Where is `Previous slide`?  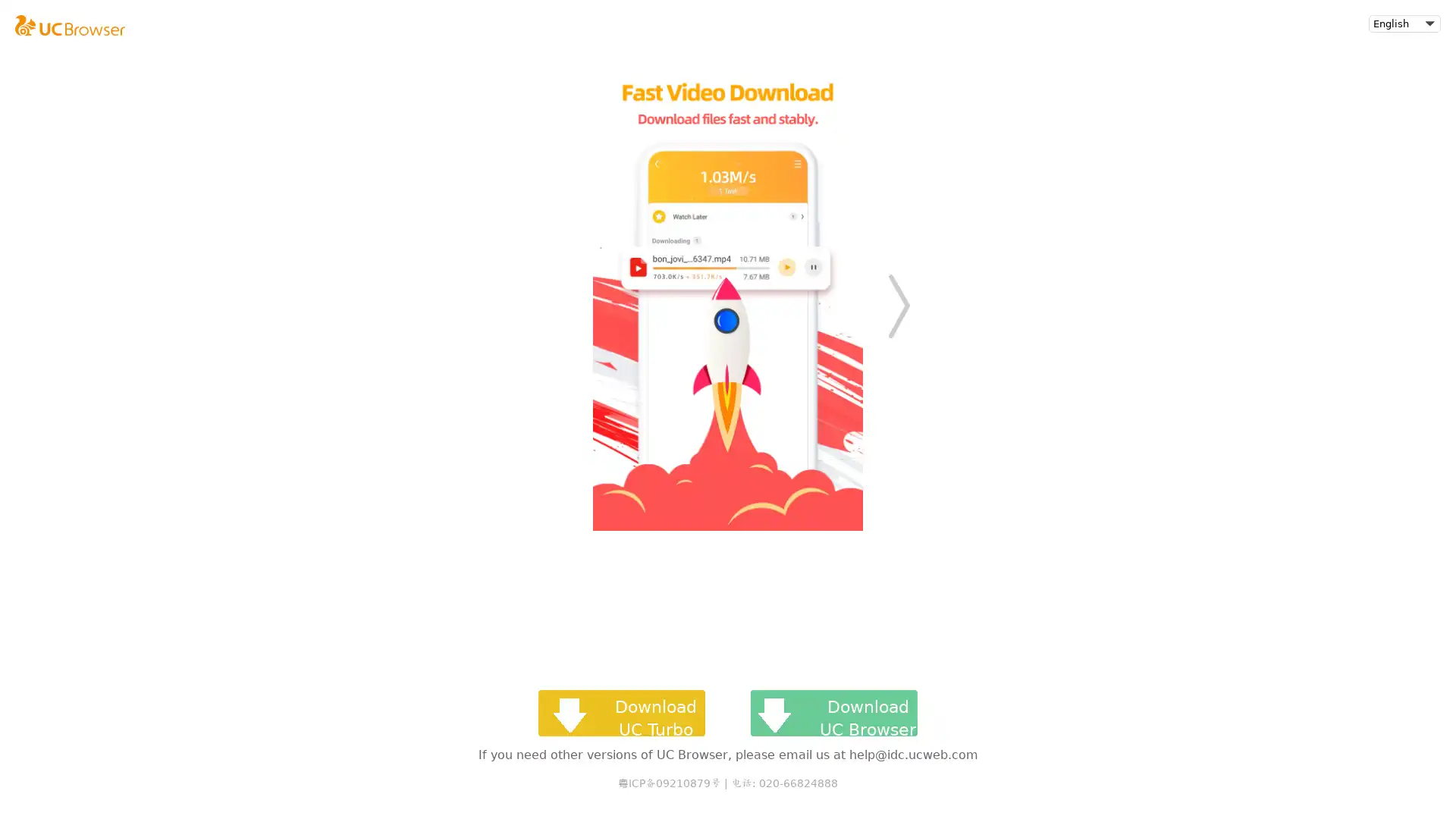
Previous slide is located at coordinates (556, 306).